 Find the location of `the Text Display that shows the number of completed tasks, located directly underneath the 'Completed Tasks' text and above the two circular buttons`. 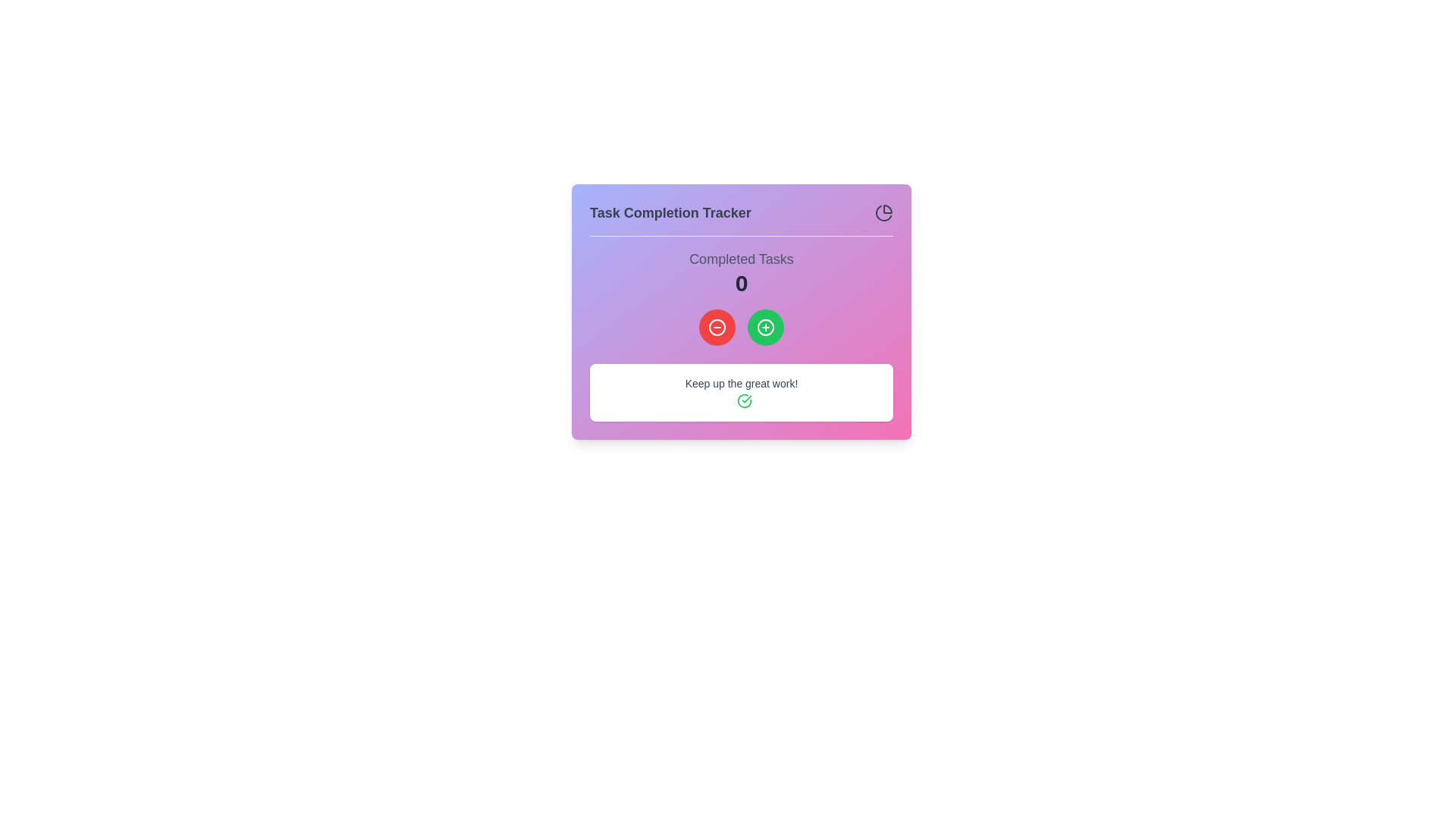

the Text Display that shows the number of completed tasks, located directly underneath the 'Completed Tasks' text and above the two circular buttons is located at coordinates (742, 284).